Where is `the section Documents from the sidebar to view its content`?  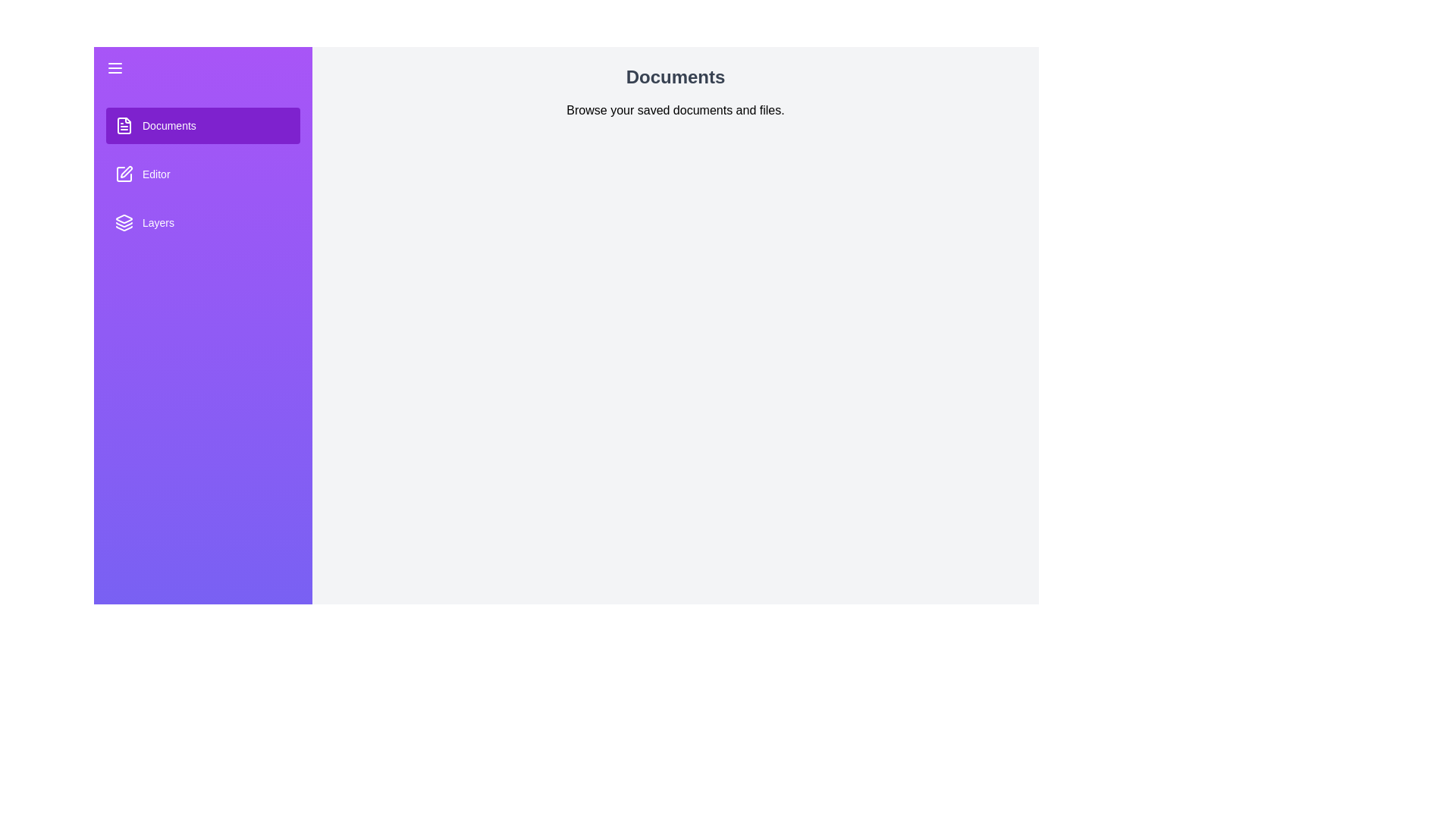 the section Documents from the sidebar to view its content is located at coordinates (202, 124).